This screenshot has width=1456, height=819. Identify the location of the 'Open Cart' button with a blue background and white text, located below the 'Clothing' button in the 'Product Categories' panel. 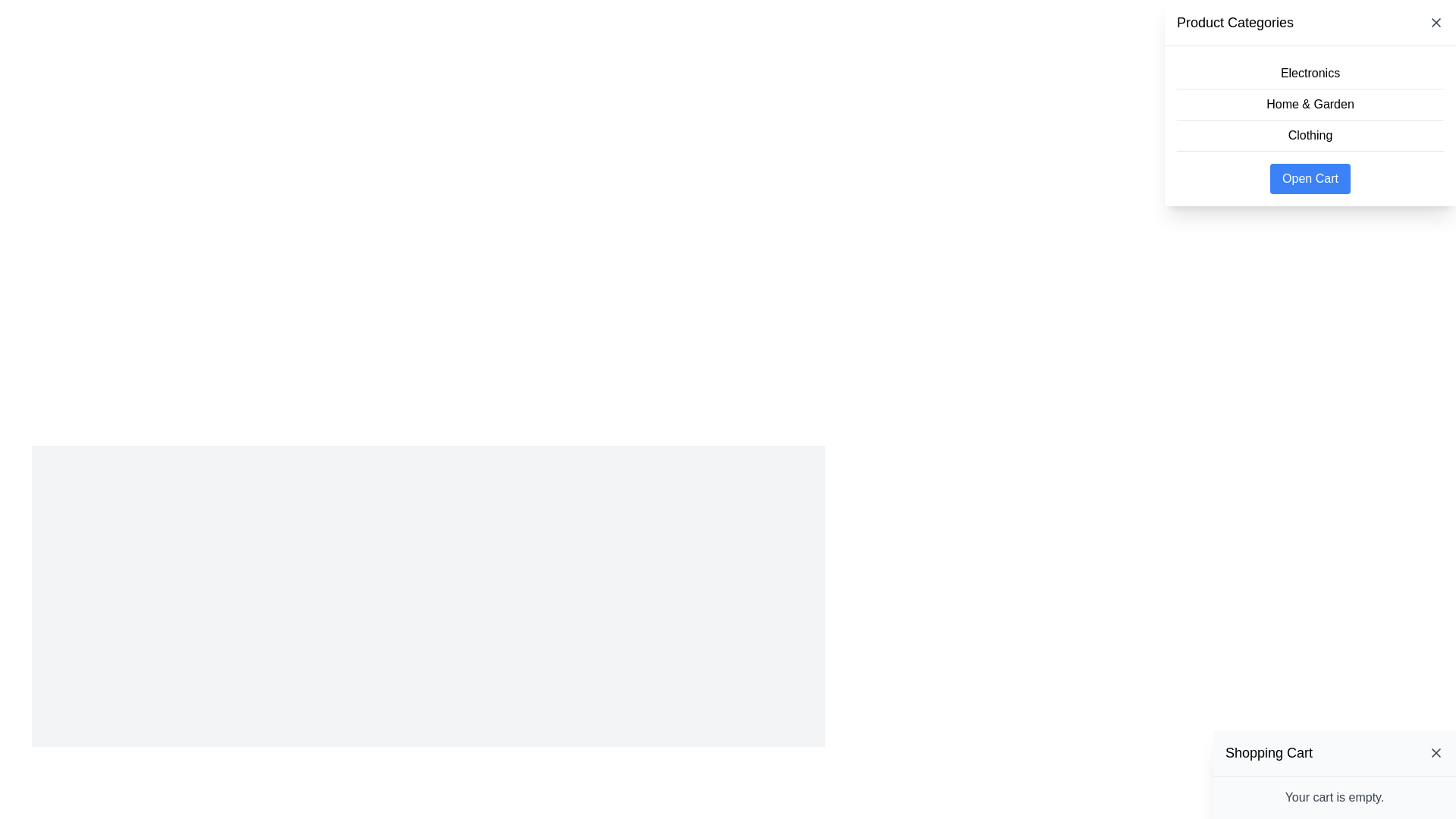
(1310, 177).